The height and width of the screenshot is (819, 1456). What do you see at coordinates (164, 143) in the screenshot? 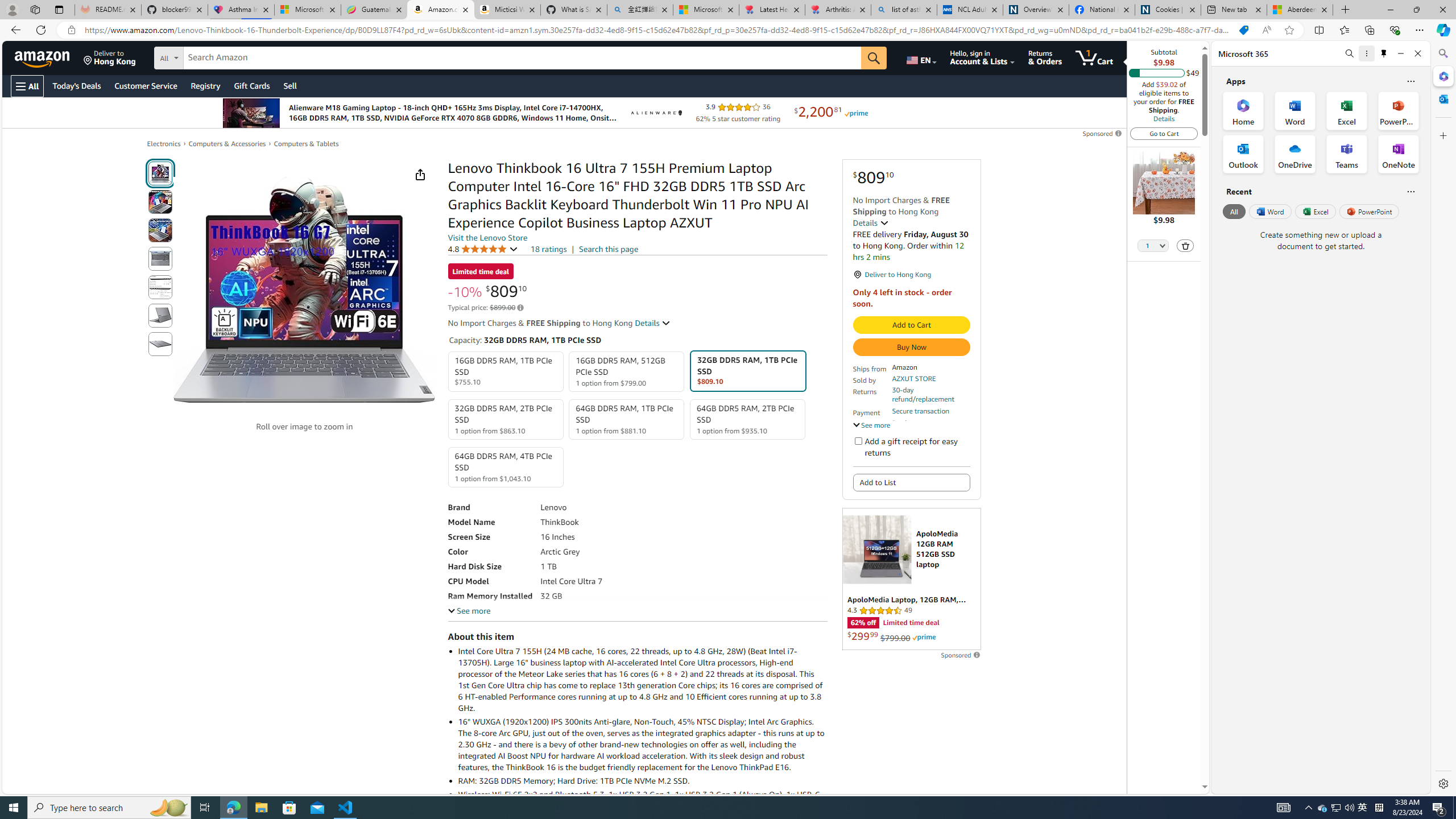
I see `'Electronics'` at bounding box center [164, 143].